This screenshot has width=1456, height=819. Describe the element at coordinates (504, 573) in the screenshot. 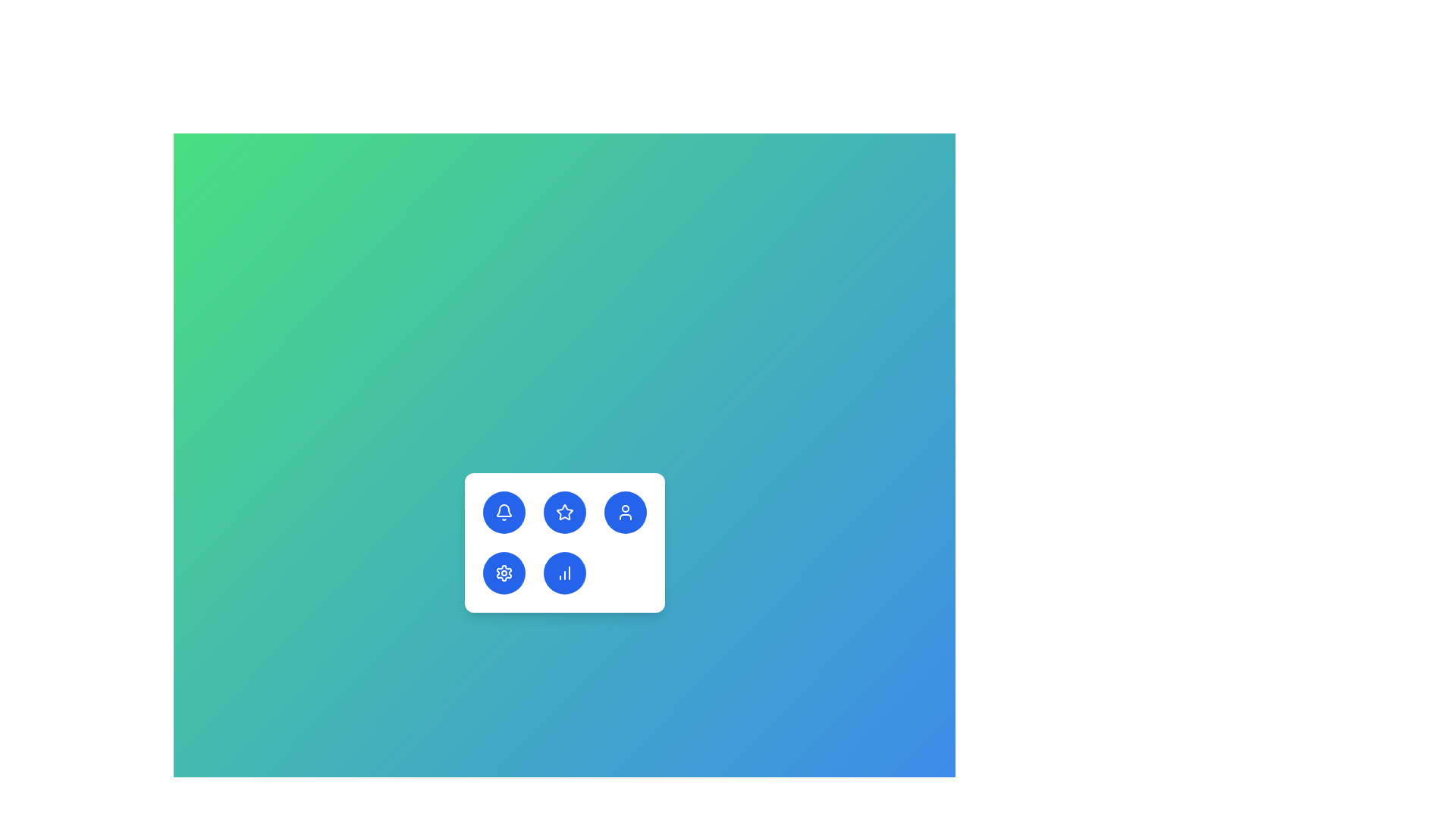

I see `the gear icon button, which is the first element in the second row of a 2x3 grid layout` at that location.